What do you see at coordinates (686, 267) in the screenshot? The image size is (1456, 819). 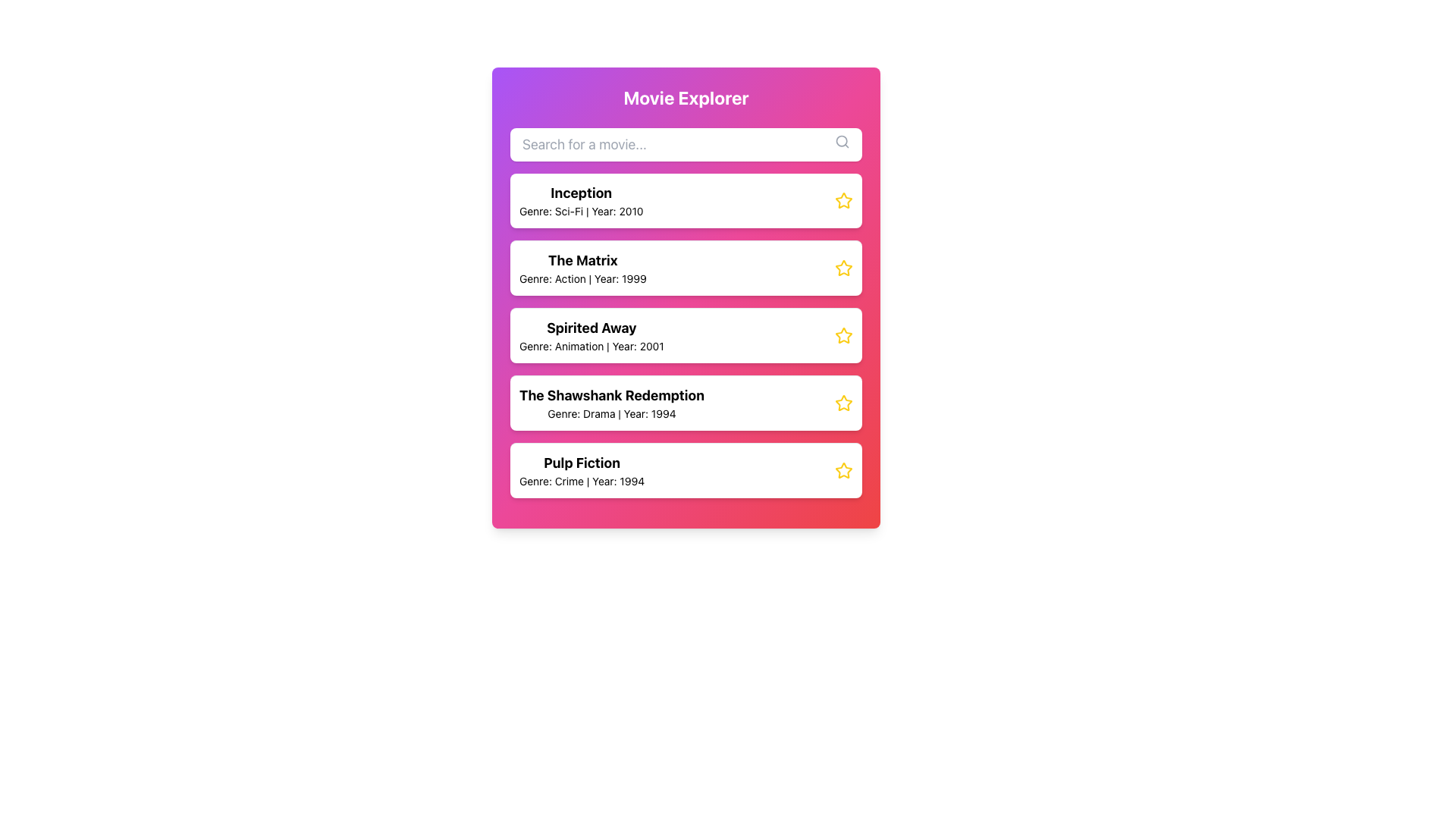 I see `the movie card presenting information about 'The Matrix', which is the second card in the vertical list of movie entries` at bounding box center [686, 267].